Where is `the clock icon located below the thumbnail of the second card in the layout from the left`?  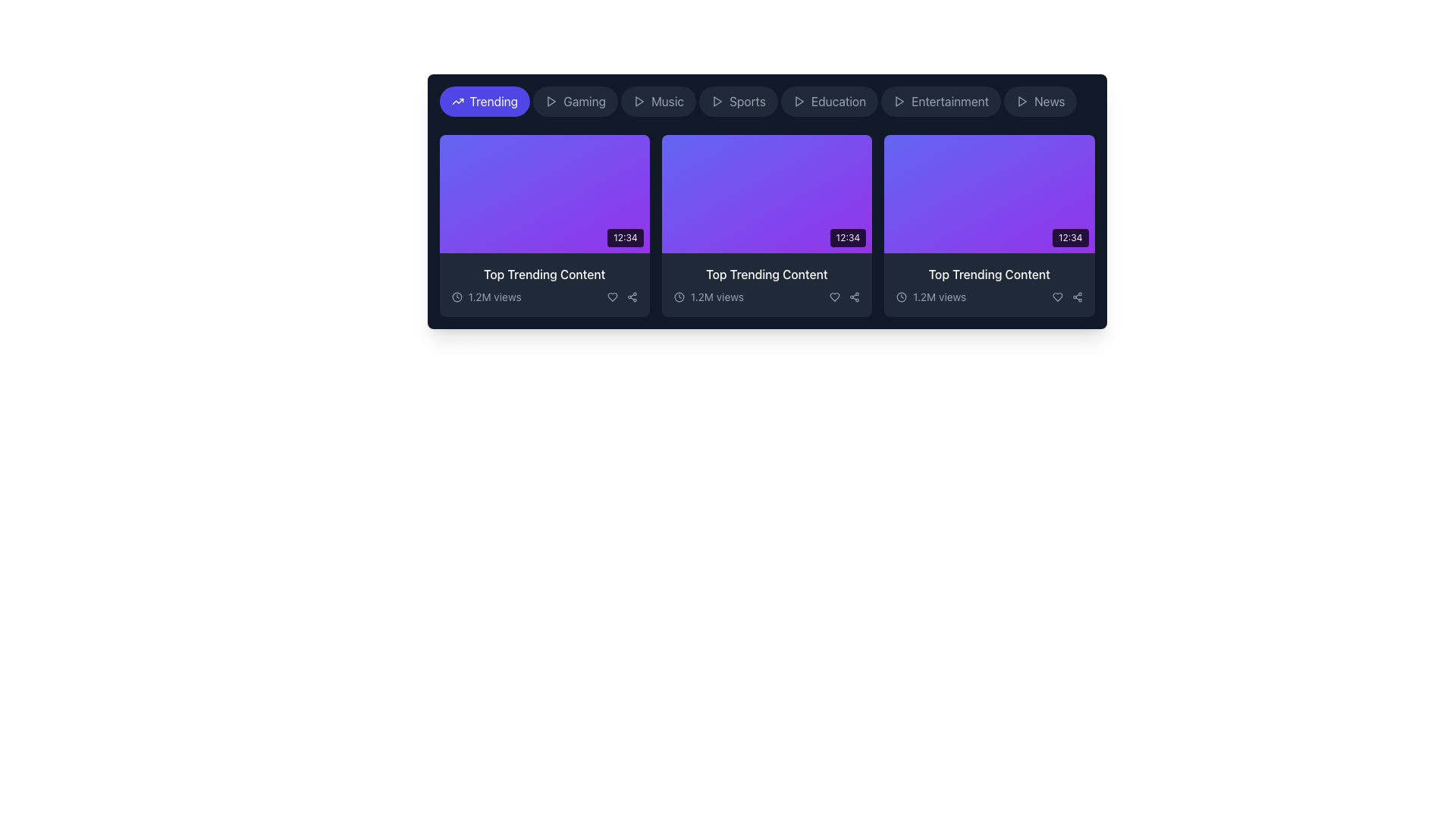 the clock icon located below the thumbnail of the second card in the layout from the left is located at coordinates (678, 297).